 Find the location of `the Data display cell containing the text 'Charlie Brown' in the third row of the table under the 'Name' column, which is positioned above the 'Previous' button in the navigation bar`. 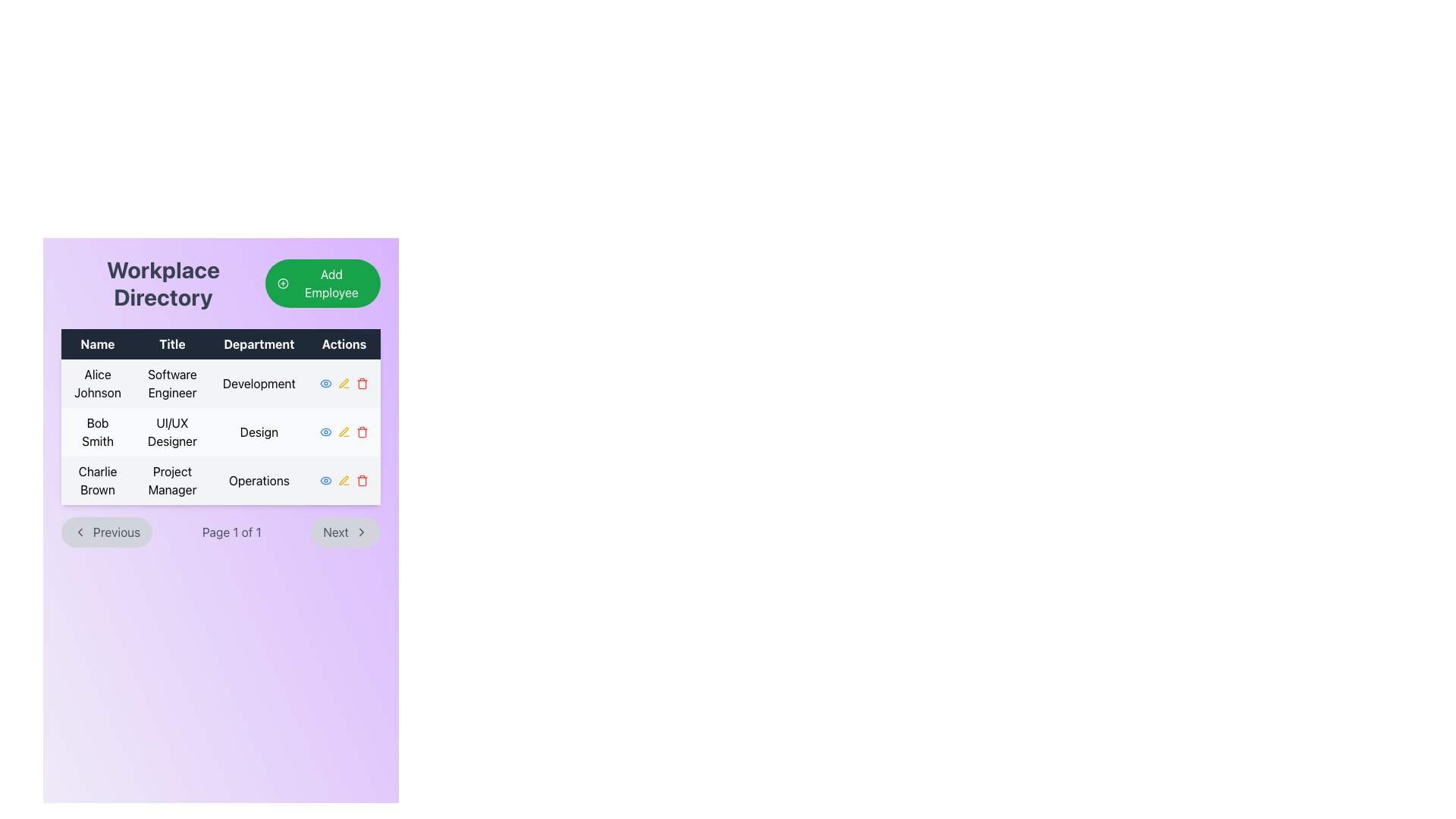

the Data display cell containing the text 'Charlie Brown' in the third row of the table under the 'Name' column, which is positioned above the 'Previous' button in the navigation bar is located at coordinates (97, 480).